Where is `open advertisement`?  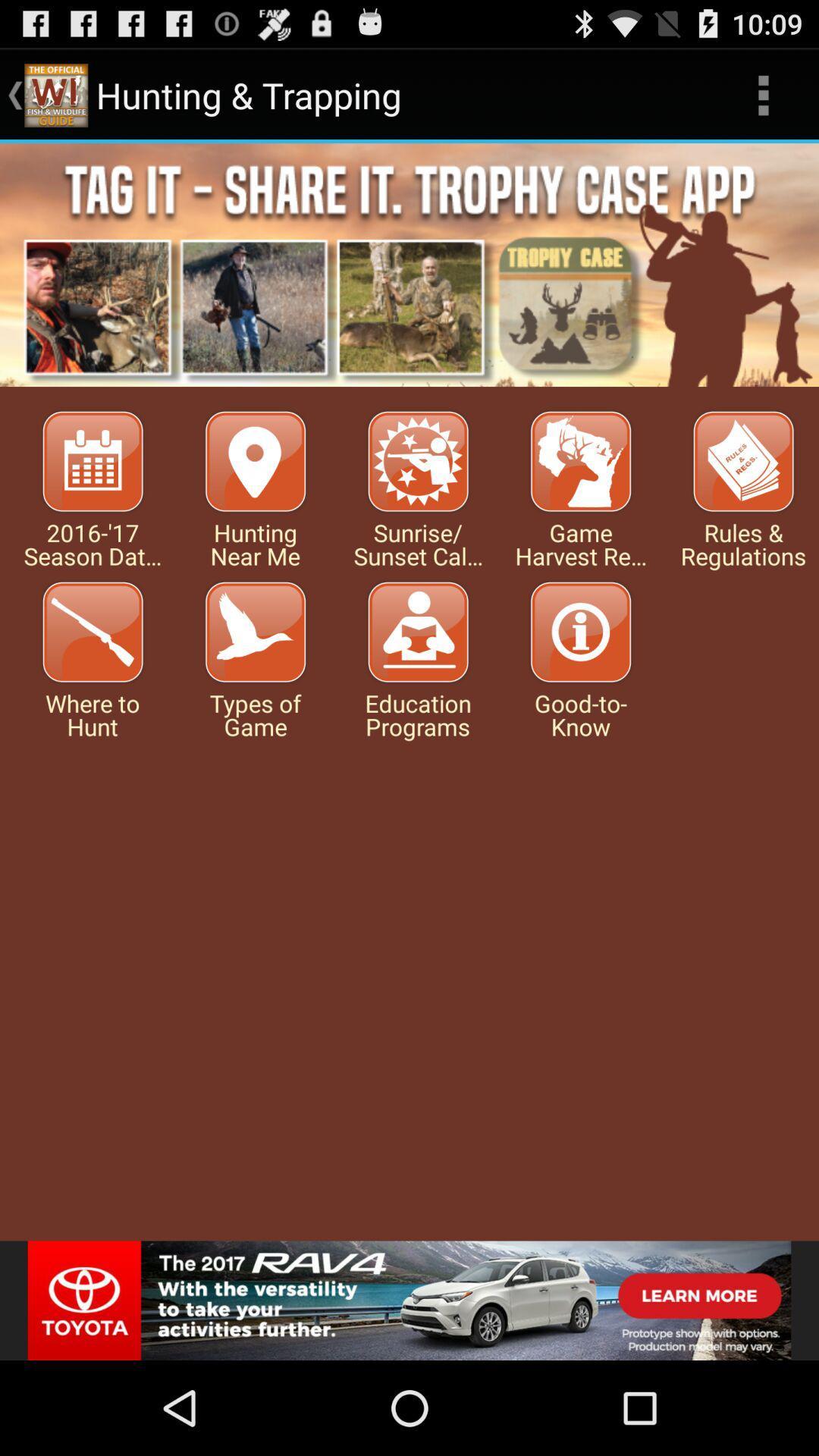 open advertisement is located at coordinates (409, 1300).